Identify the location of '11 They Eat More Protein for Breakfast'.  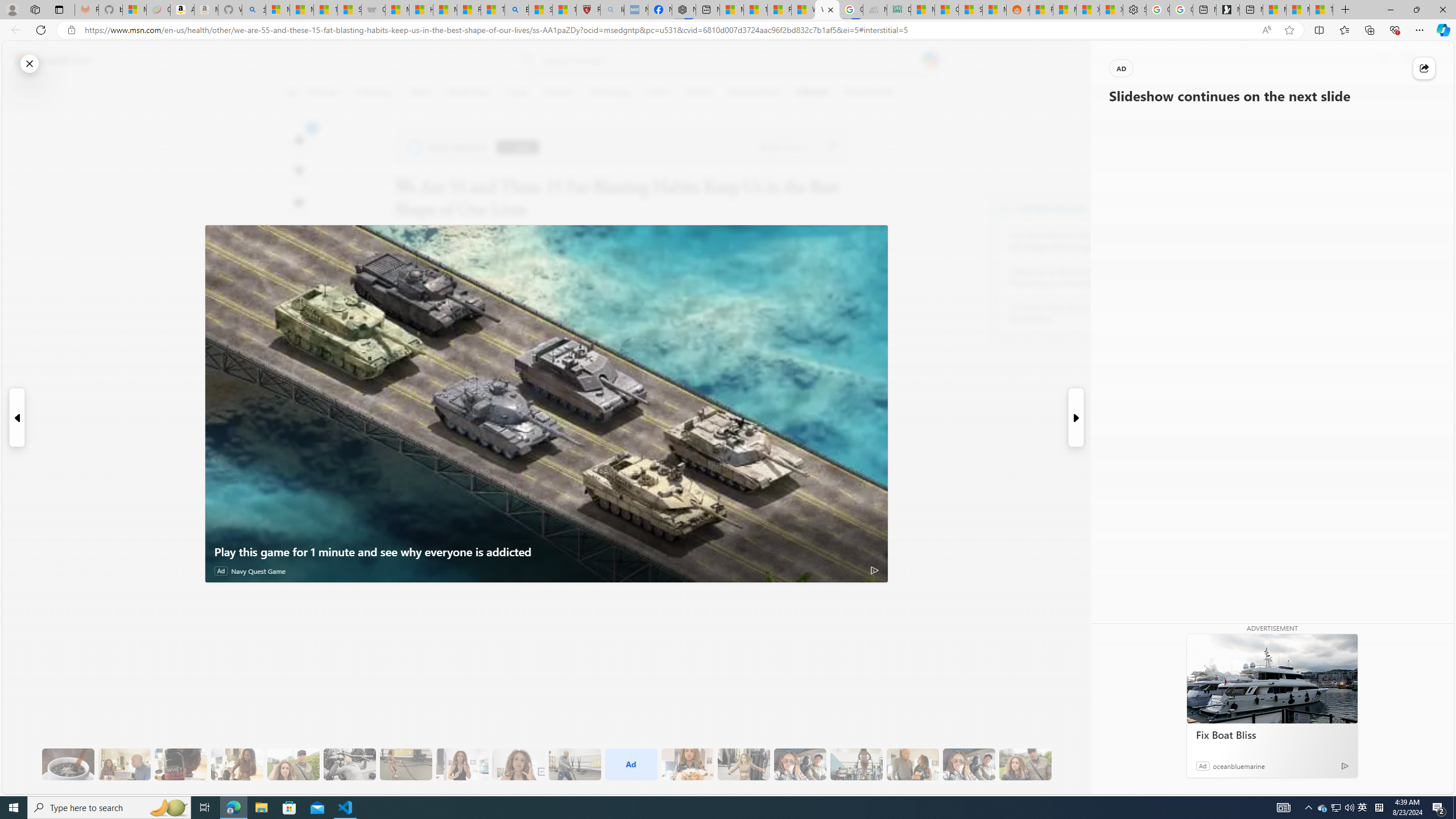
(461, 764).